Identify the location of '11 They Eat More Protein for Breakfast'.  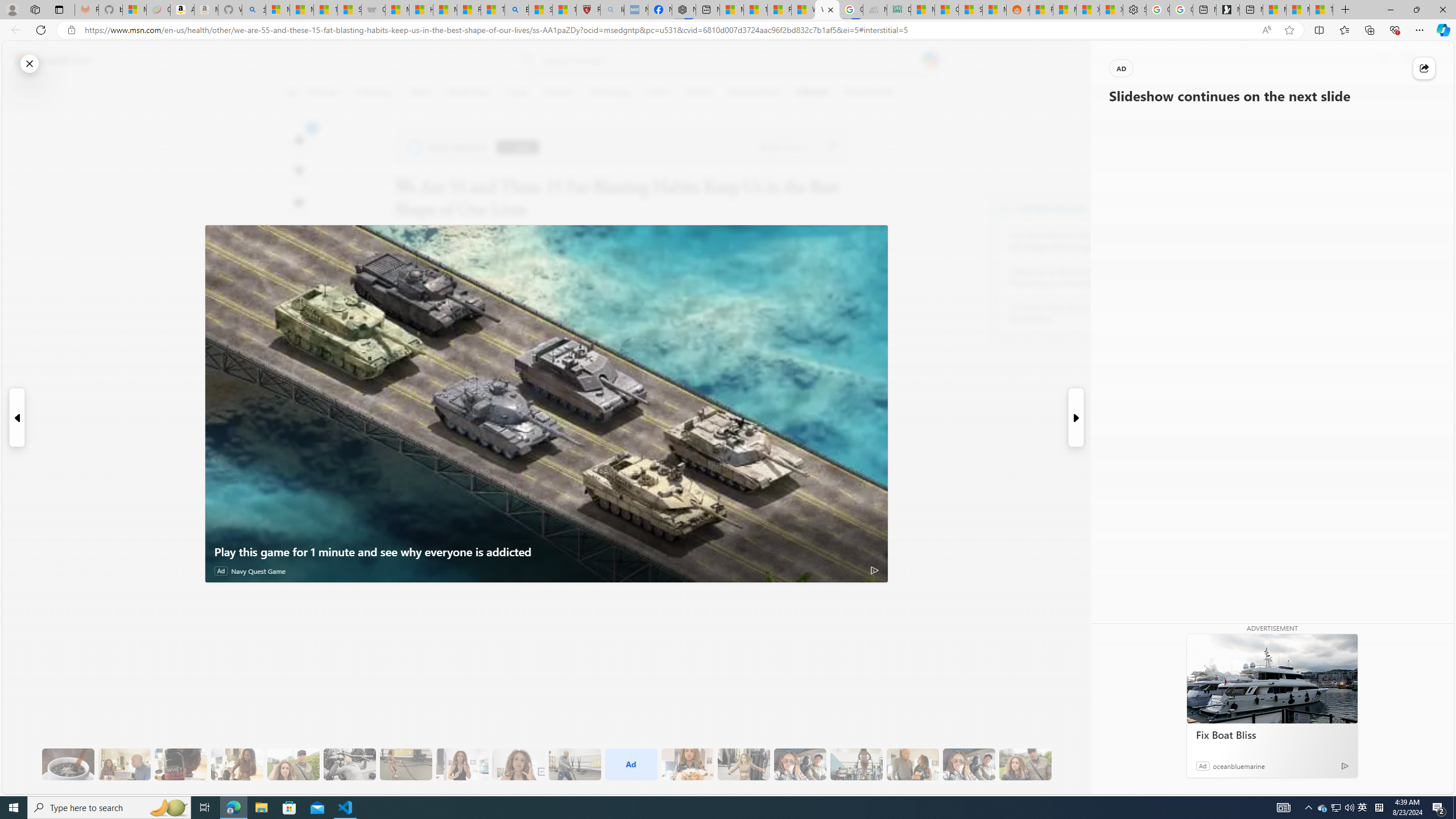
(461, 764).